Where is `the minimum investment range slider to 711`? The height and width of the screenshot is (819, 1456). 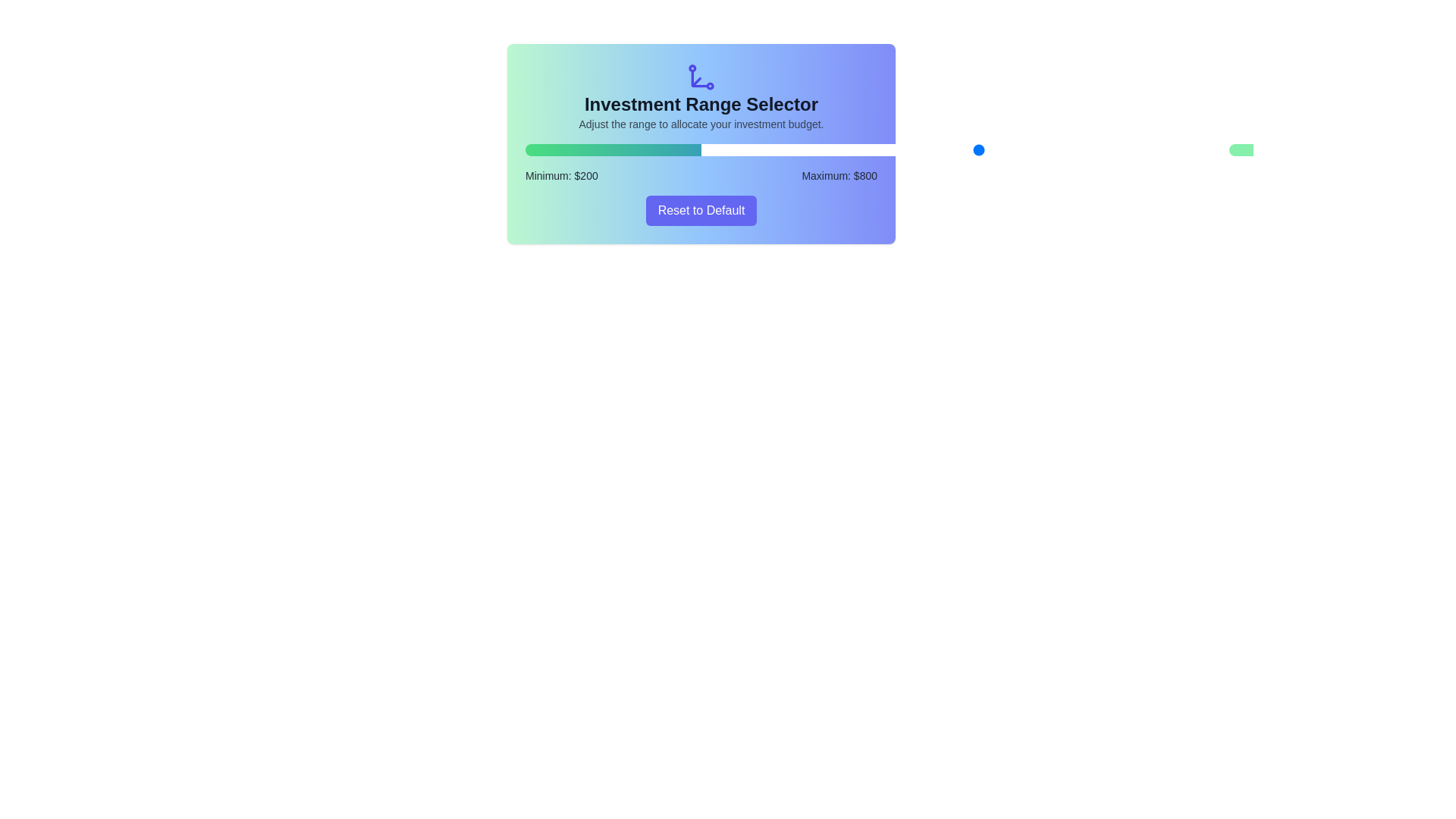
the minimum investment range slider to 711 is located at coordinates (950, 149).